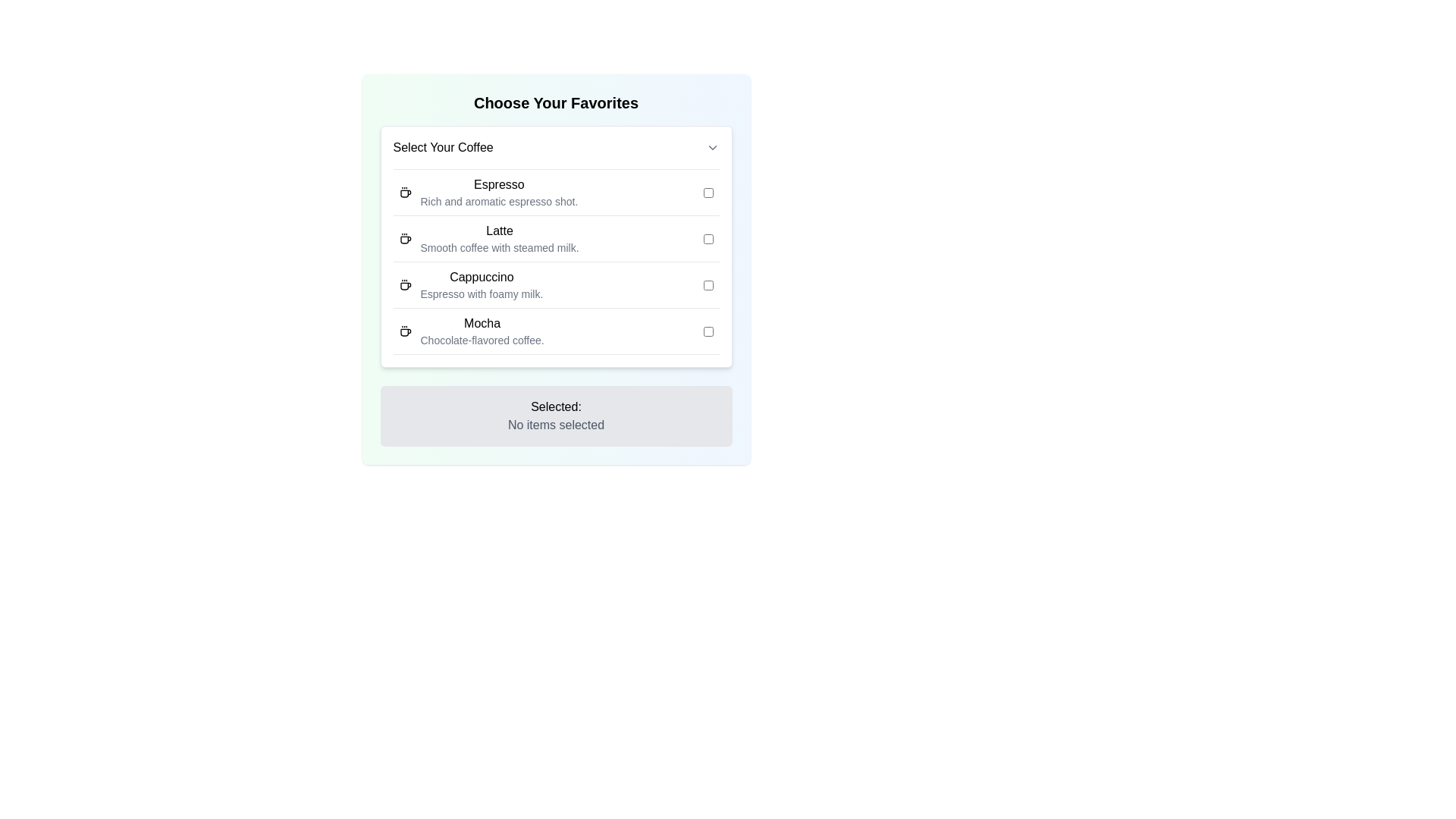 The image size is (1456, 819). What do you see at coordinates (442, 148) in the screenshot?
I see `the text label that serves` at bounding box center [442, 148].